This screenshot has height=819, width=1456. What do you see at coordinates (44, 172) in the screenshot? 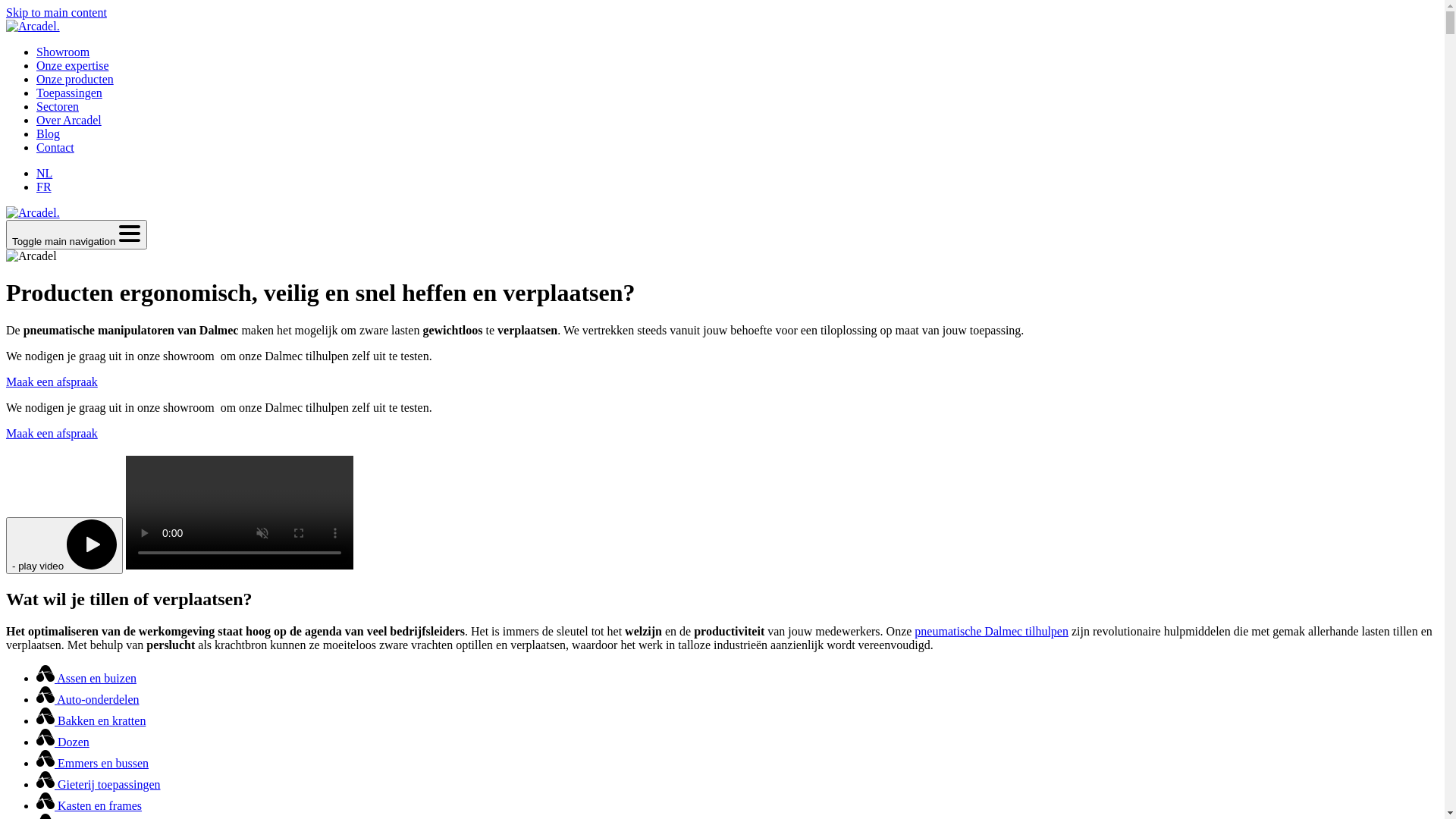
I see `'NL'` at bounding box center [44, 172].